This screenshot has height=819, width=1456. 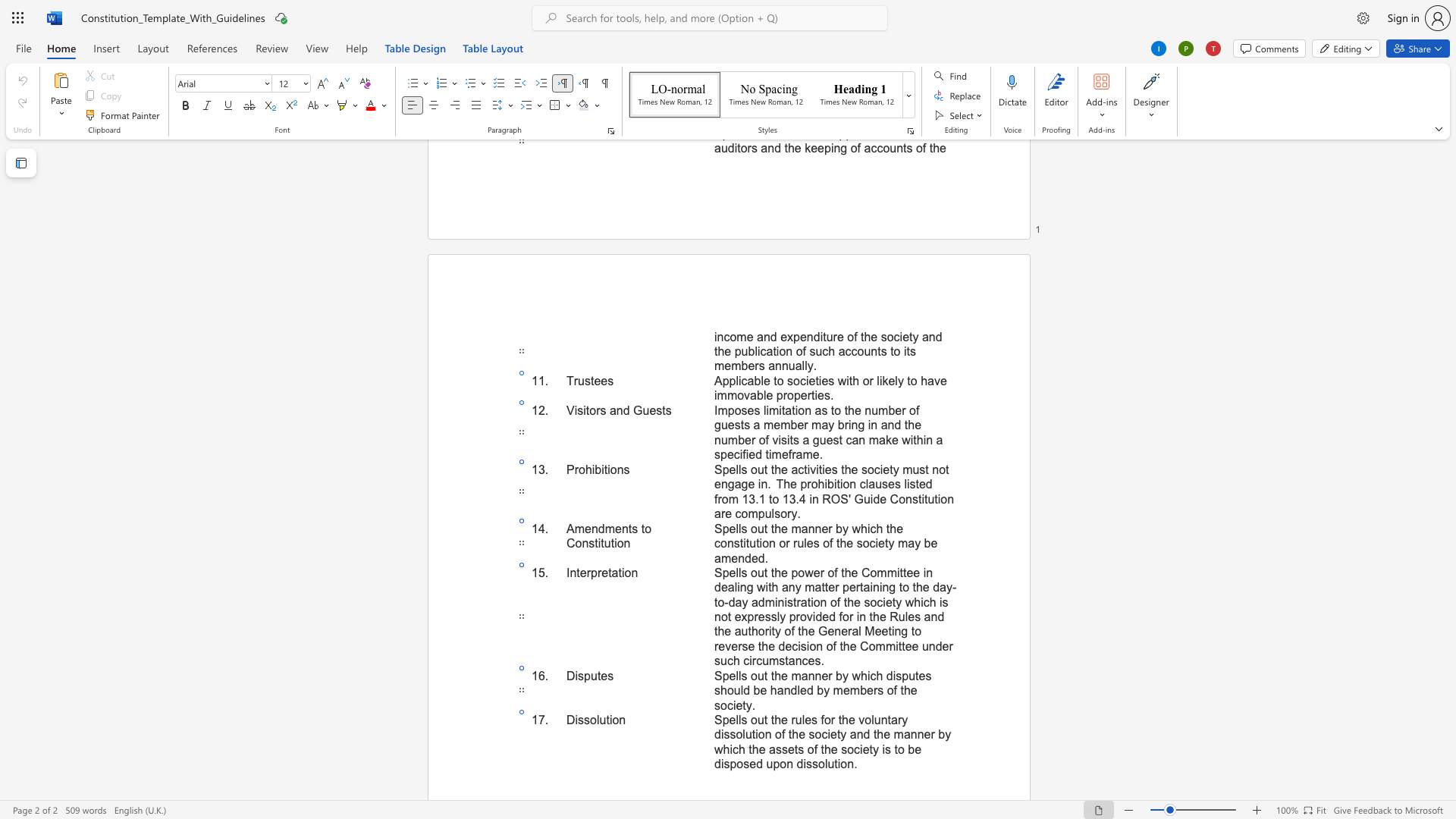 What do you see at coordinates (597, 719) in the screenshot?
I see `the 1th character "l" in the text` at bounding box center [597, 719].